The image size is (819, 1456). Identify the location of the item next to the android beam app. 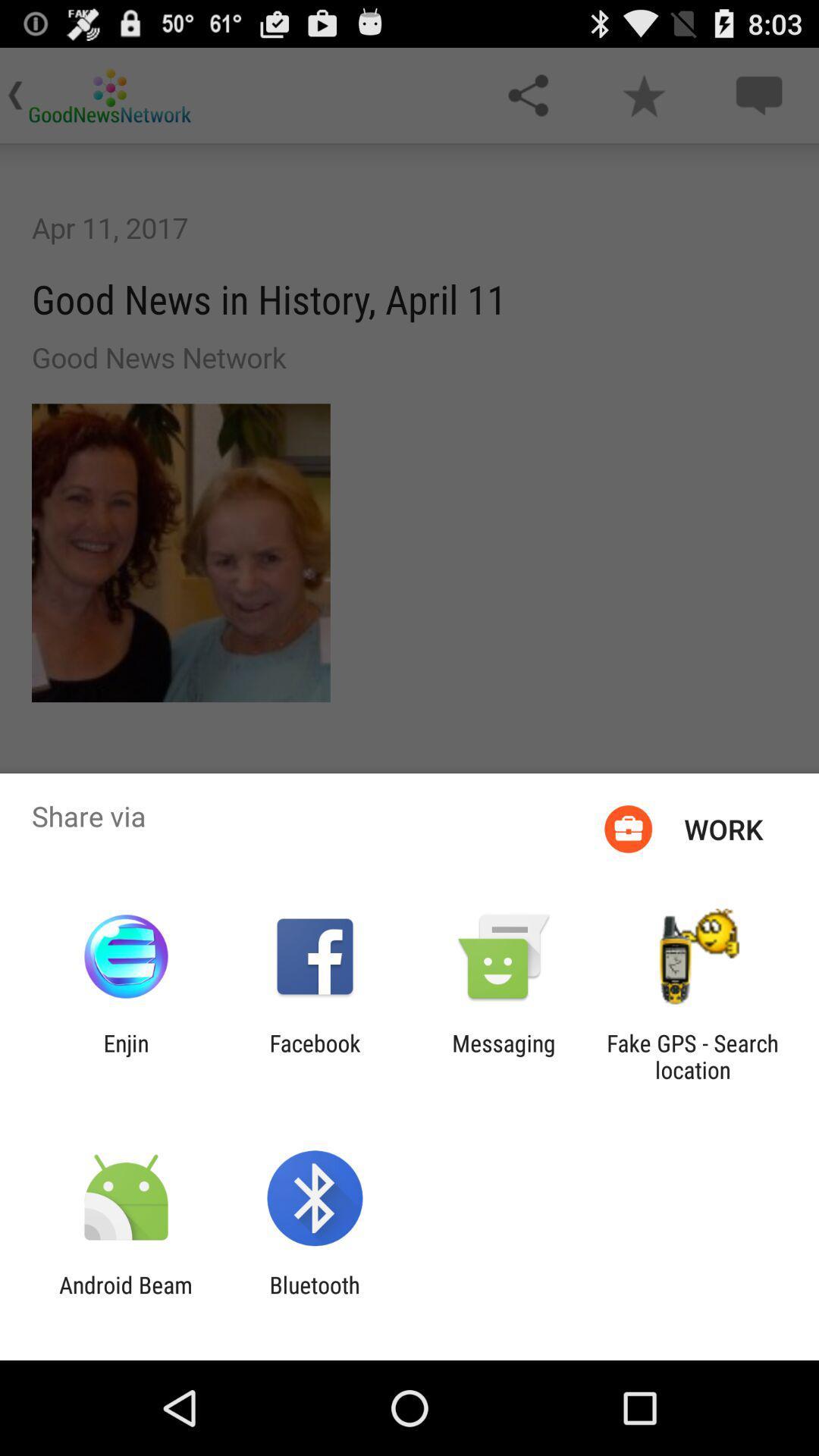
(314, 1298).